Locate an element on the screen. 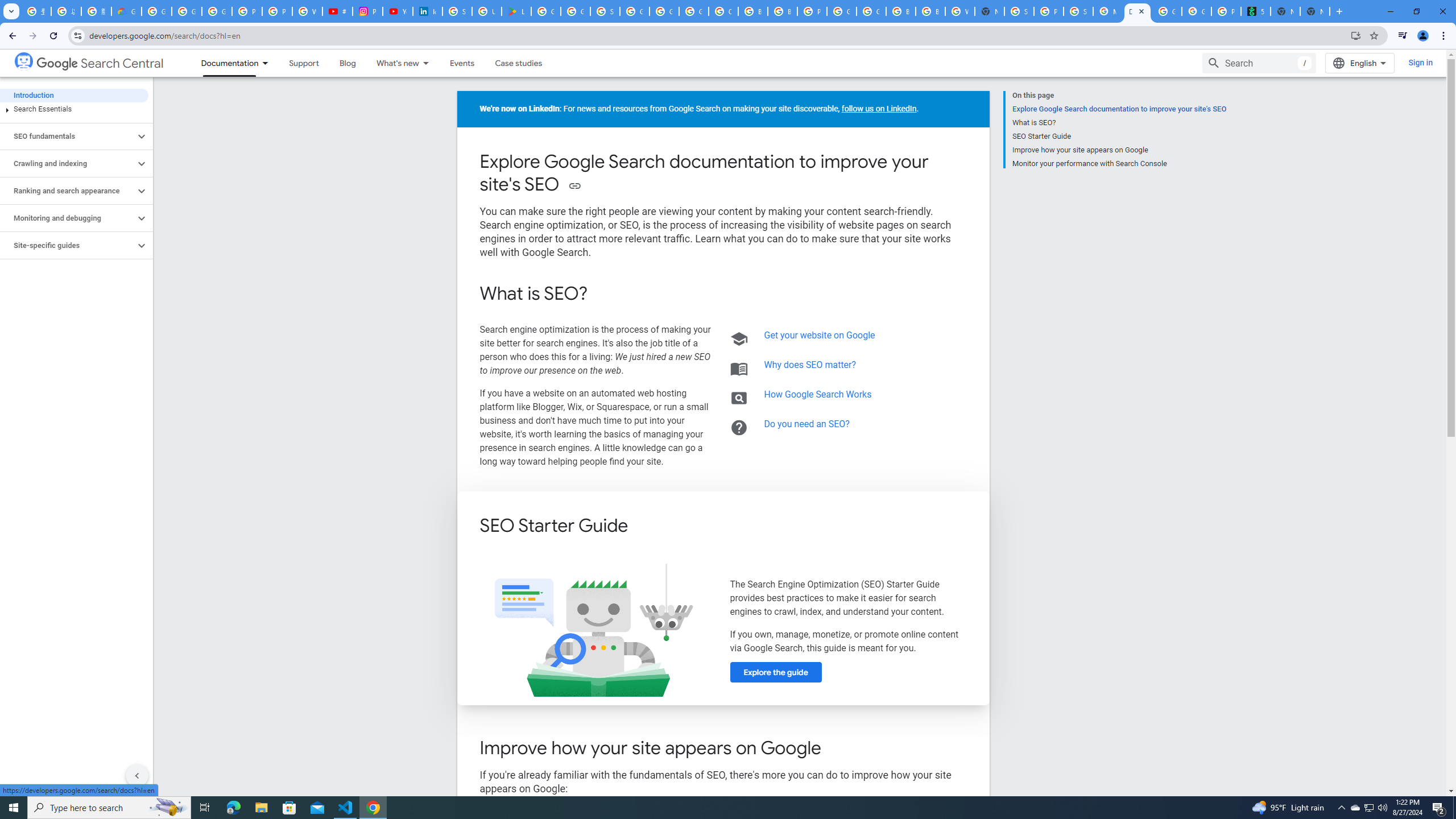 This screenshot has width=1456, height=819. 'Copy link to this section: What is SEO? ' is located at coordinates (602, 294).